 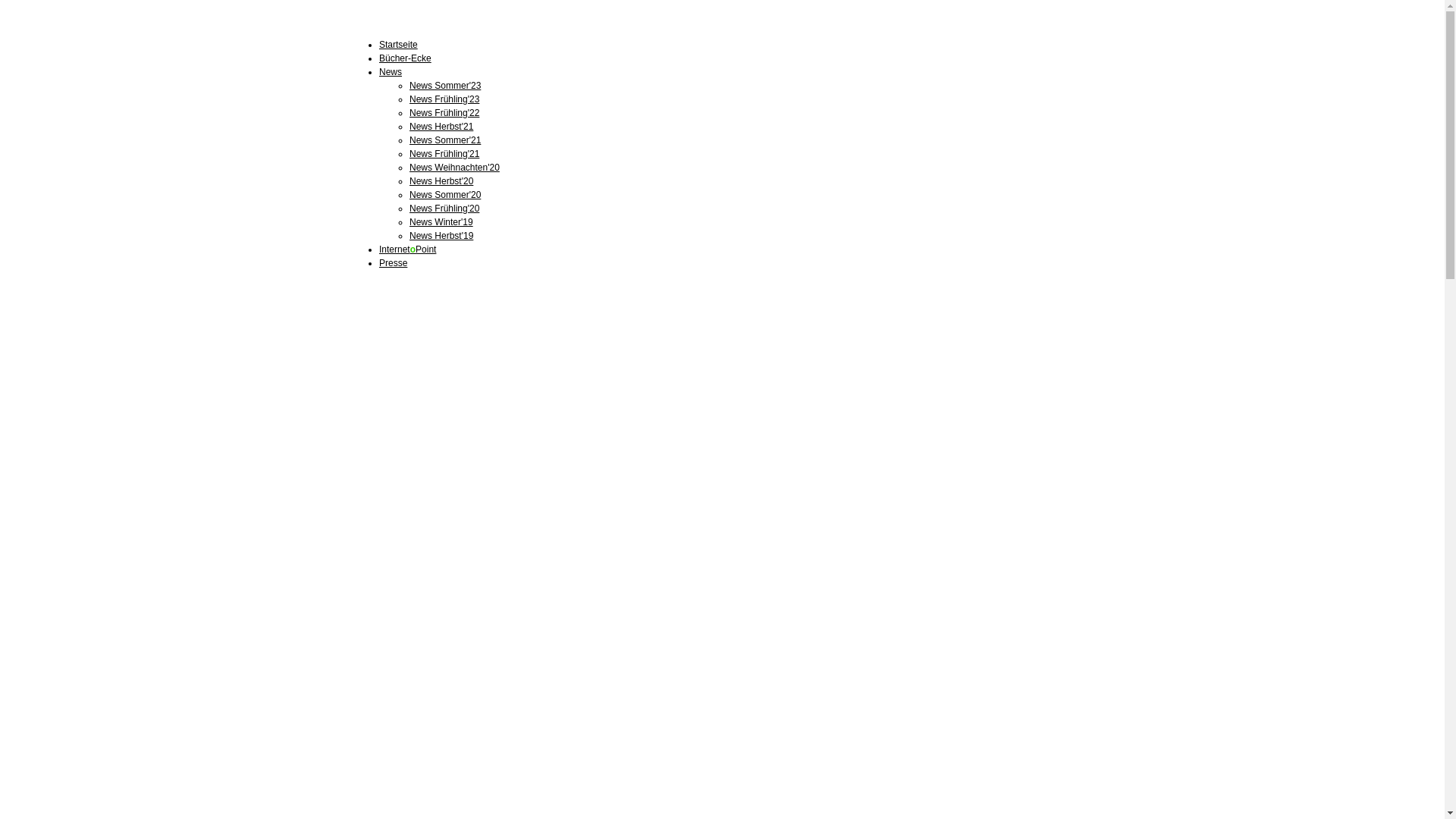 What do you see at coordinates (444, 85) in the screenshot?
I see `'News Sommer'23'` at bounding box center [444, 85].